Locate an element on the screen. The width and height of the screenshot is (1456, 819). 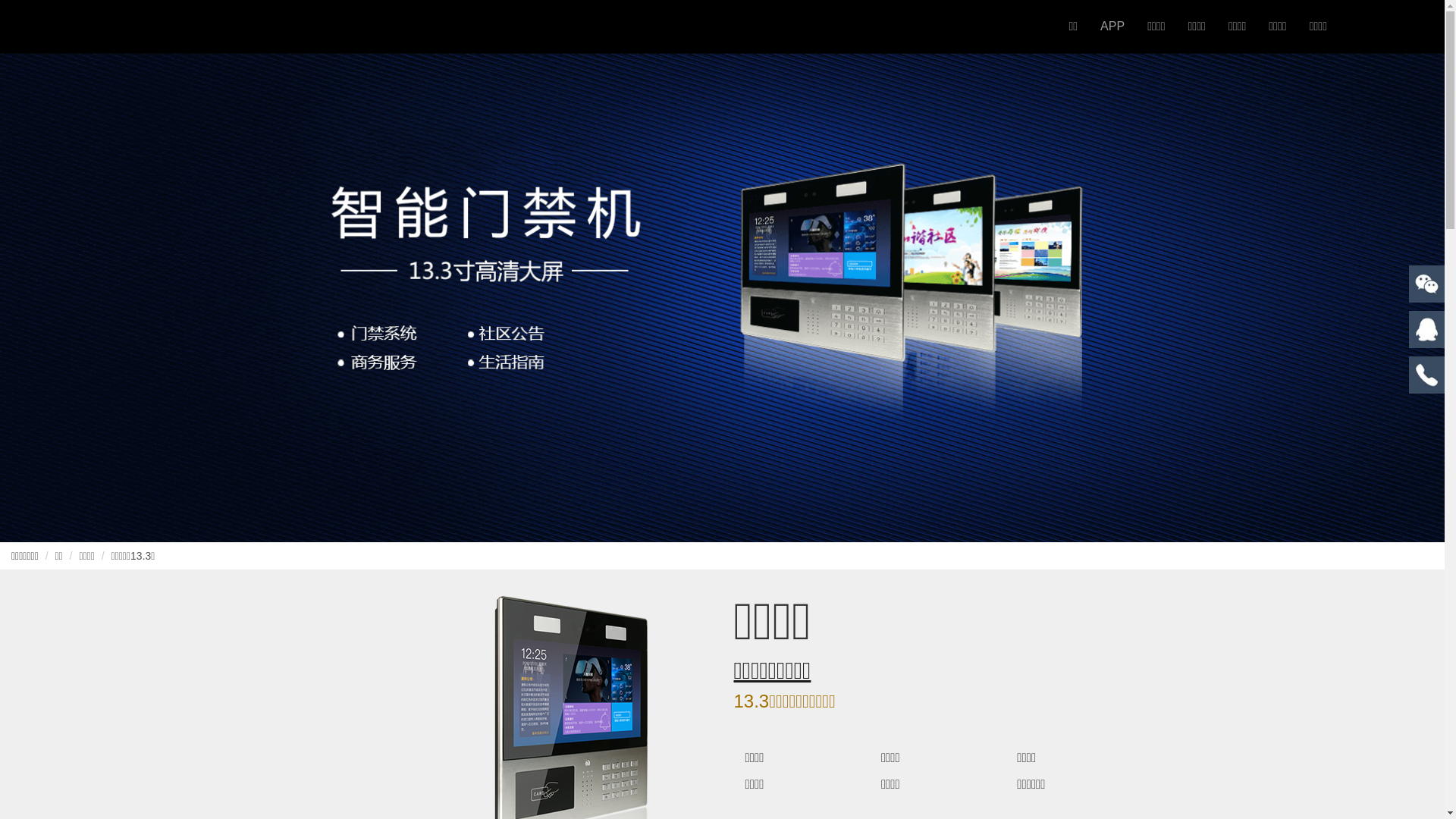
'APP' is located at coordinates (1112, 26).